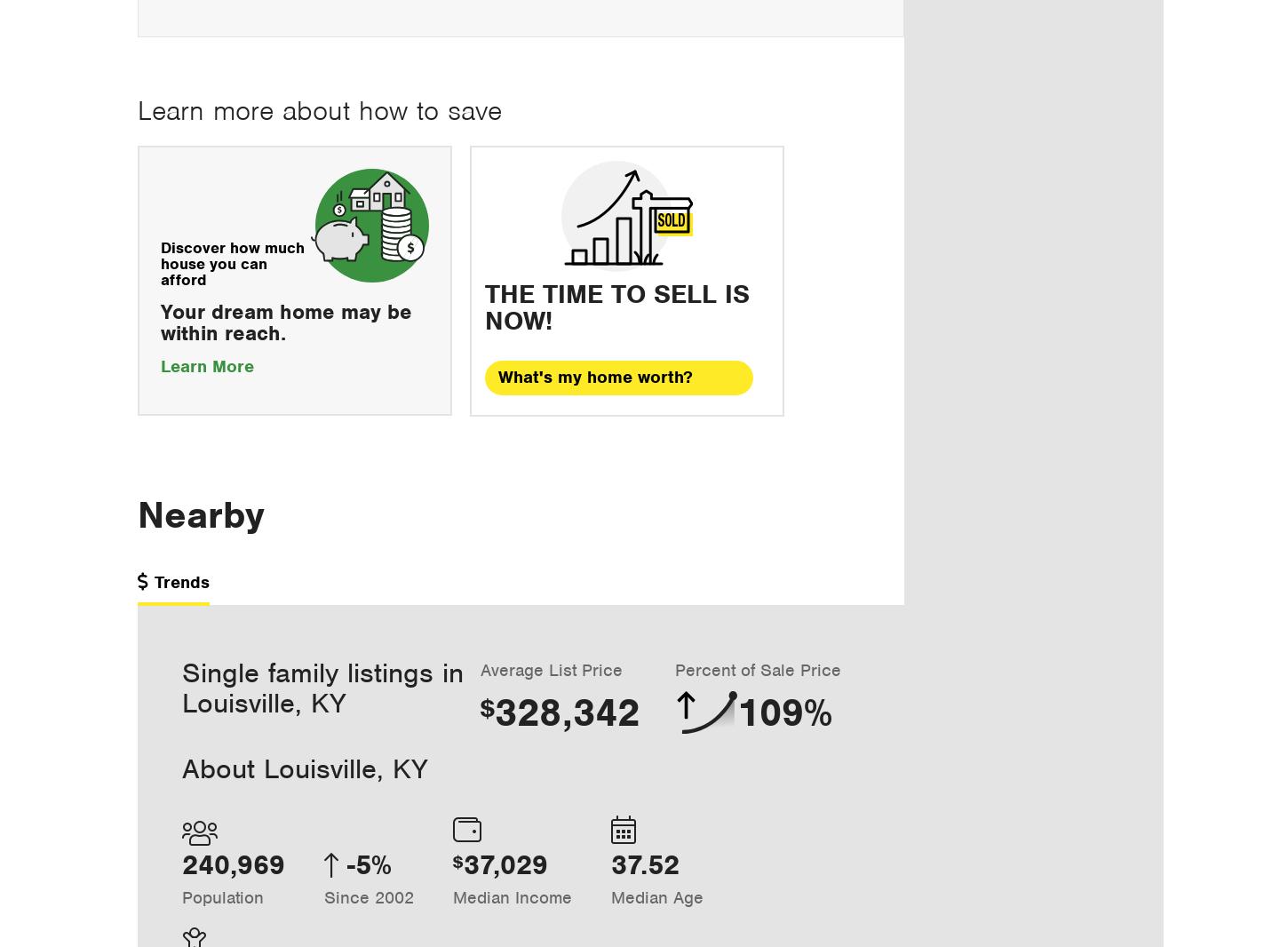 This screenshot has height=947, width=1288. I want to click on '109%', so click(783, 712).